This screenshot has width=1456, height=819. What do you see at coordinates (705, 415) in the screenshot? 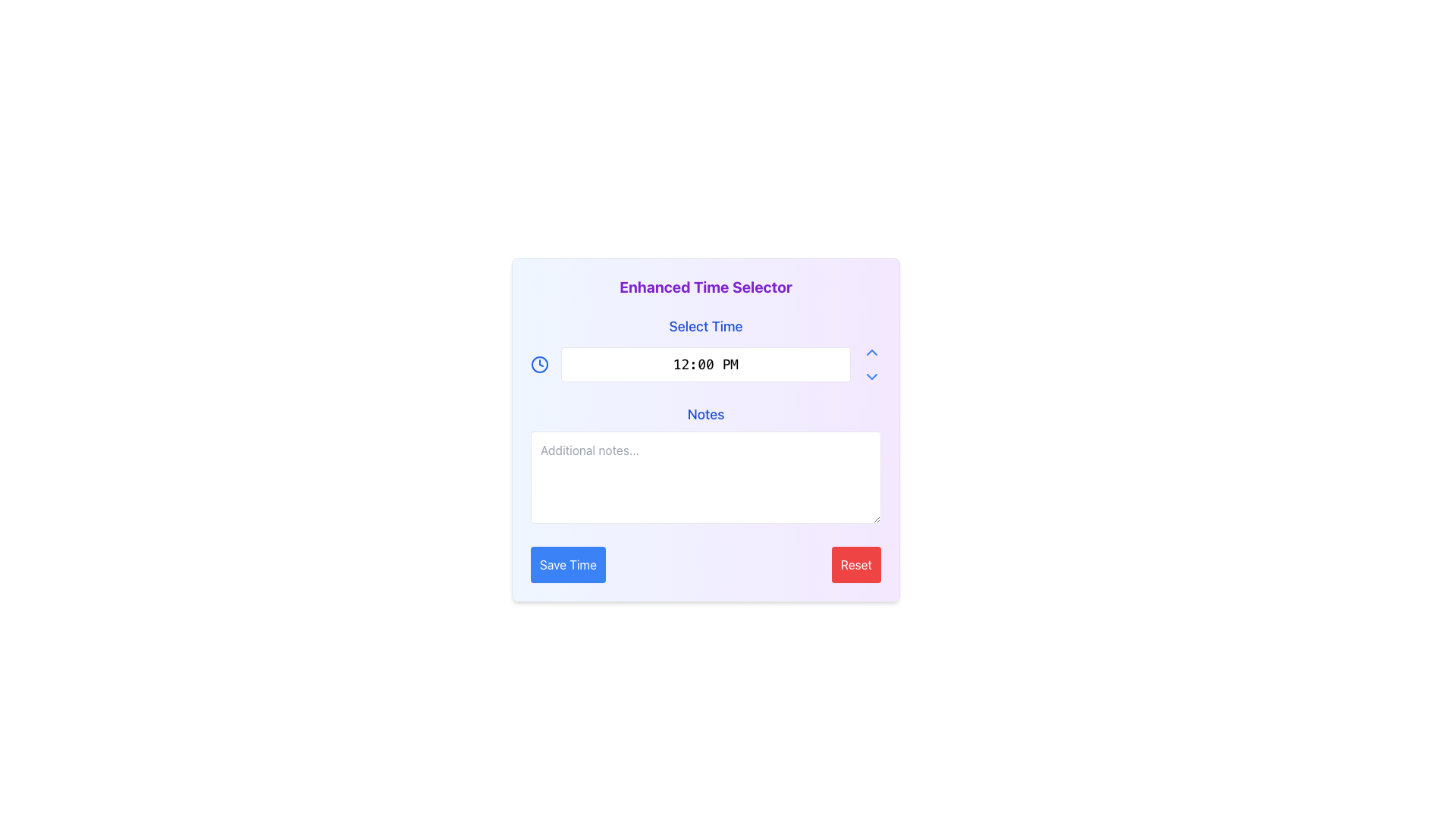
I see `the Text Label that serves as a header for the input field labeled 'Additional notes...', positioned near the center of the interface, directly below the time selection display` at bounding box center [705, 415].